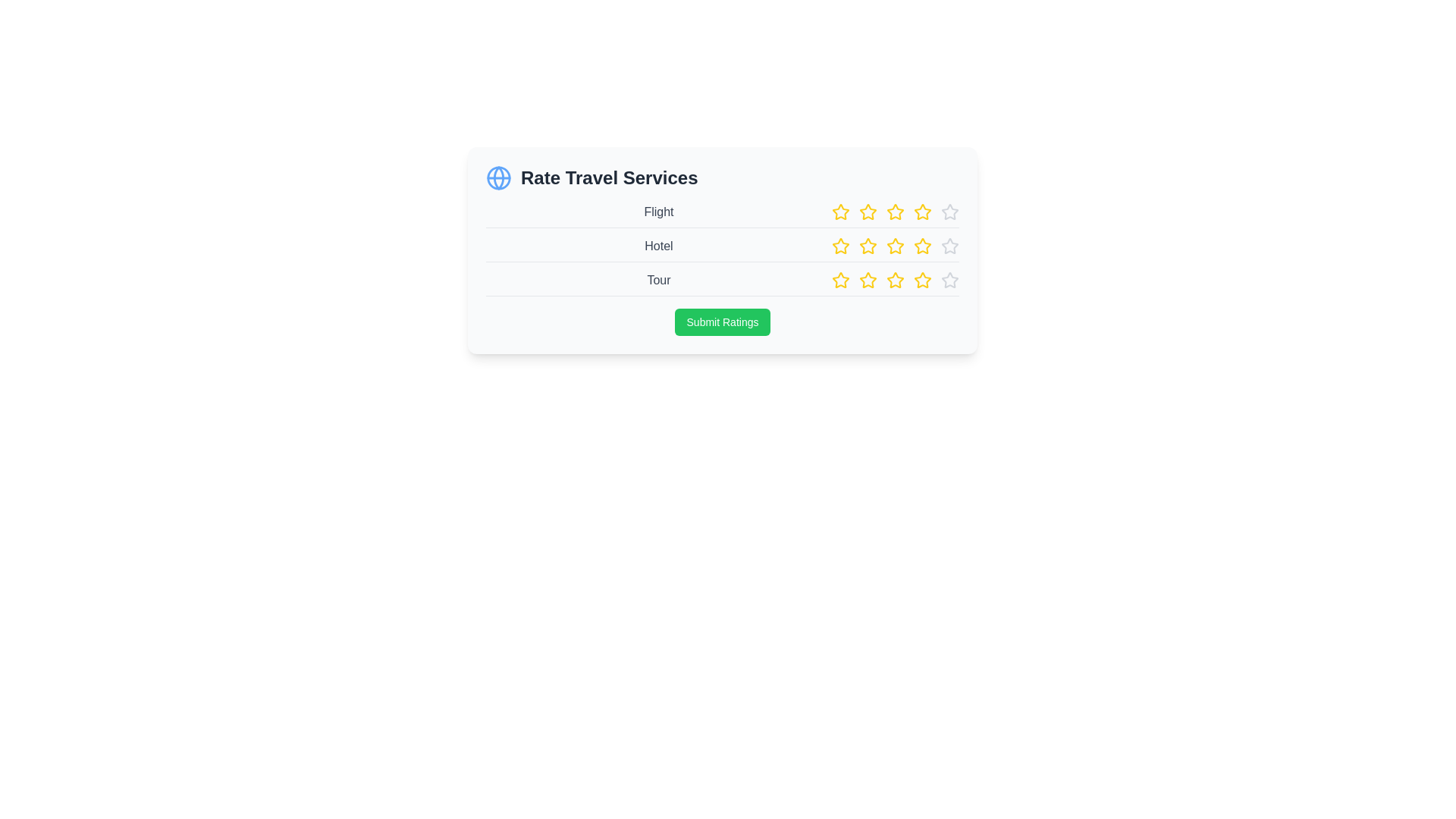 This screenshot has height=819, width=1456. I want to click on the Text Label that serves as the title or heading for the section related to rating travel-related services, located at the top-left of a card-like section, so click(609, 177).